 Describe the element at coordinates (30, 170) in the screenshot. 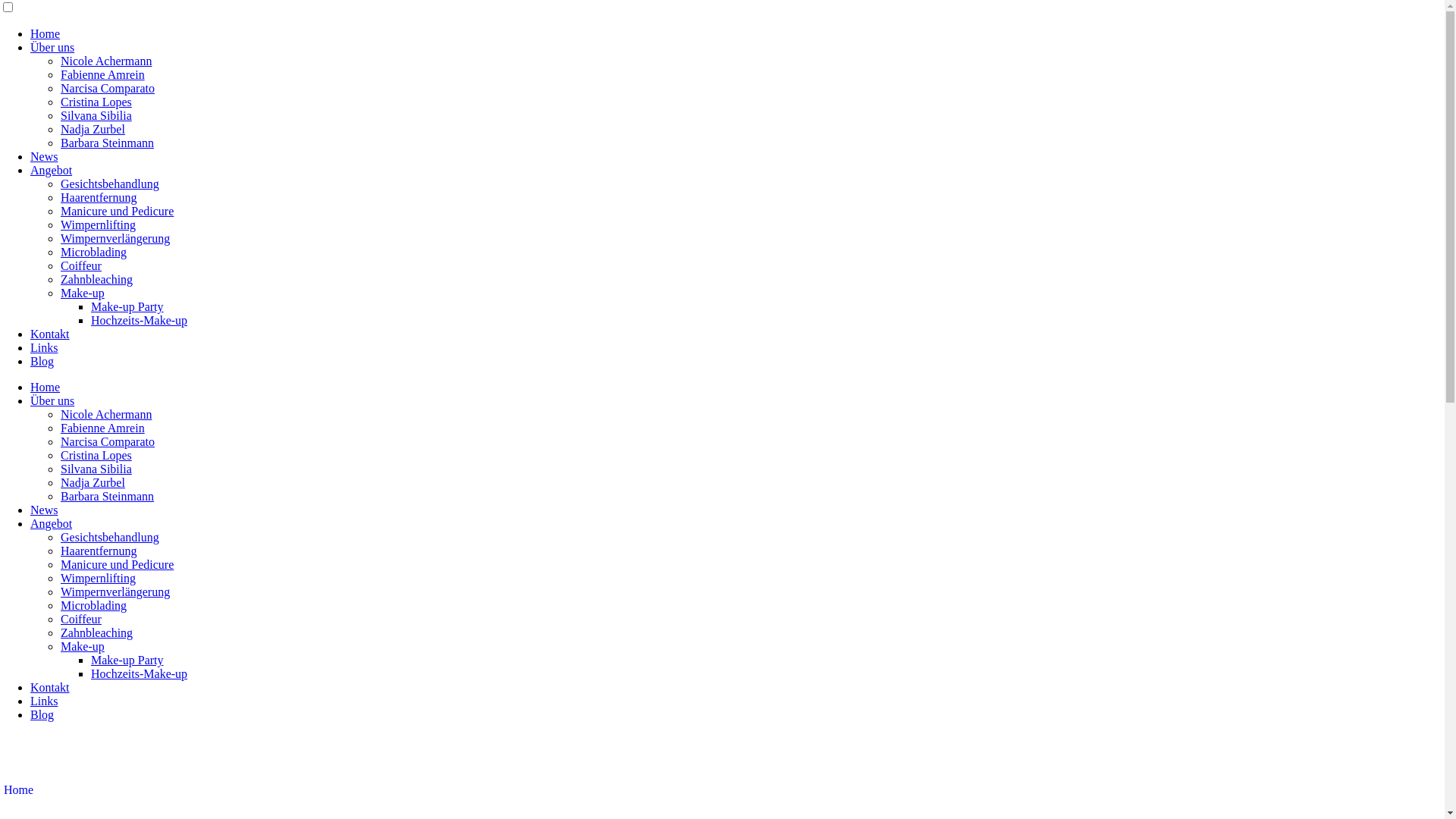

I see `'Angebot'` at that location.